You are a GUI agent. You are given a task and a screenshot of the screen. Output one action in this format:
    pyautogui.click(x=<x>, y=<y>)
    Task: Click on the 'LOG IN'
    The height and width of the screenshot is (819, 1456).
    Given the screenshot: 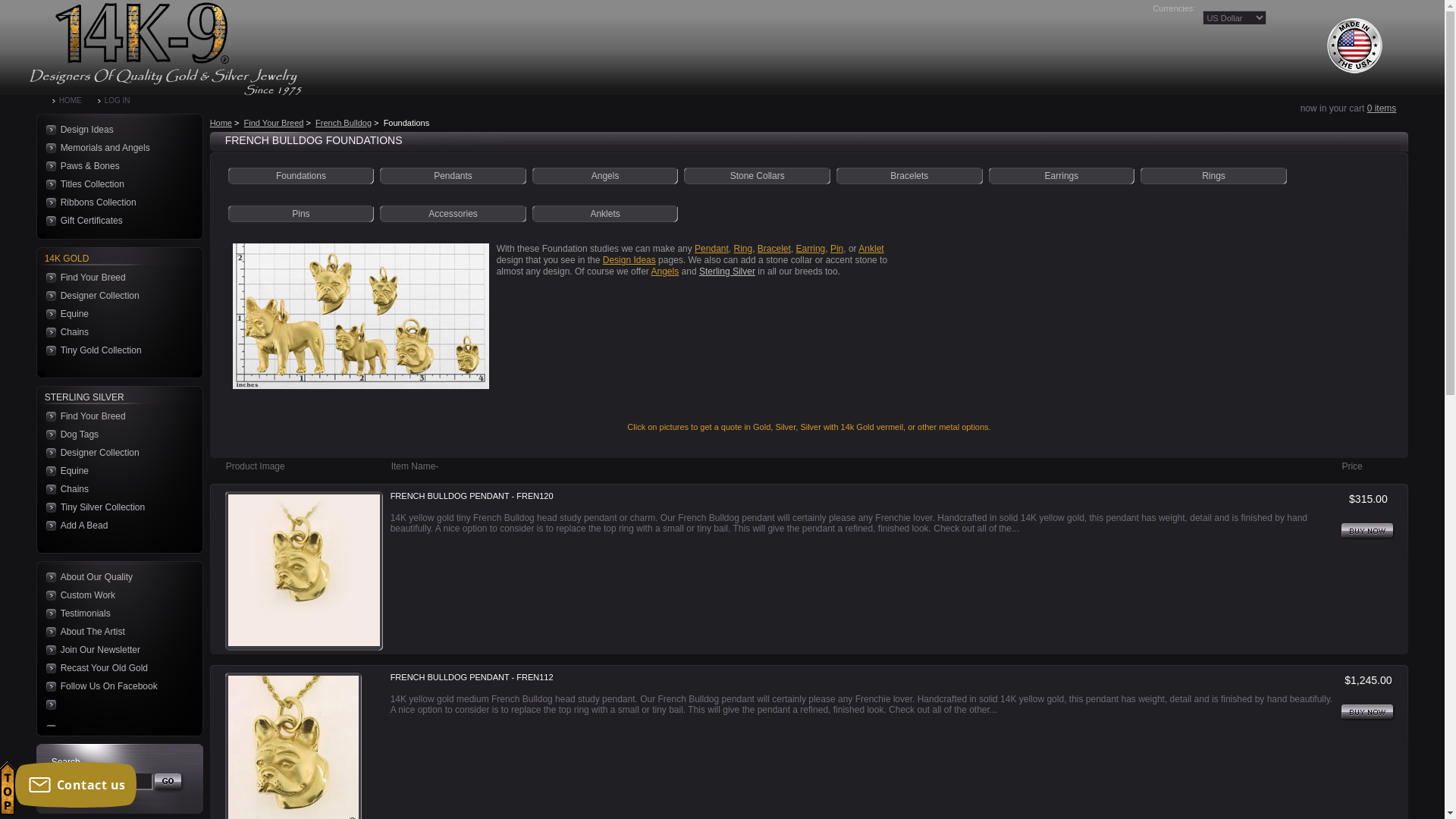 What is the action you would take?
    pyautogui.click(x=122, y=100)
    